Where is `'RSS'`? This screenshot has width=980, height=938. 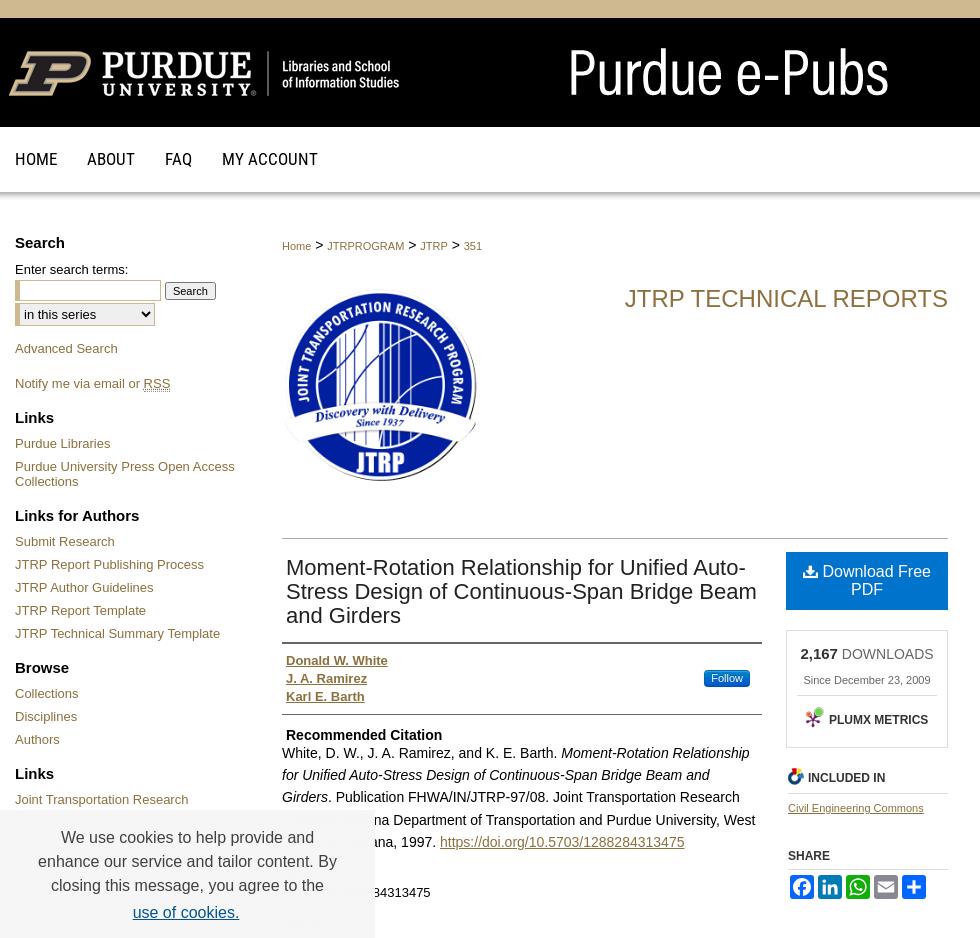 'RSS' is located at coordinates (156, 382).